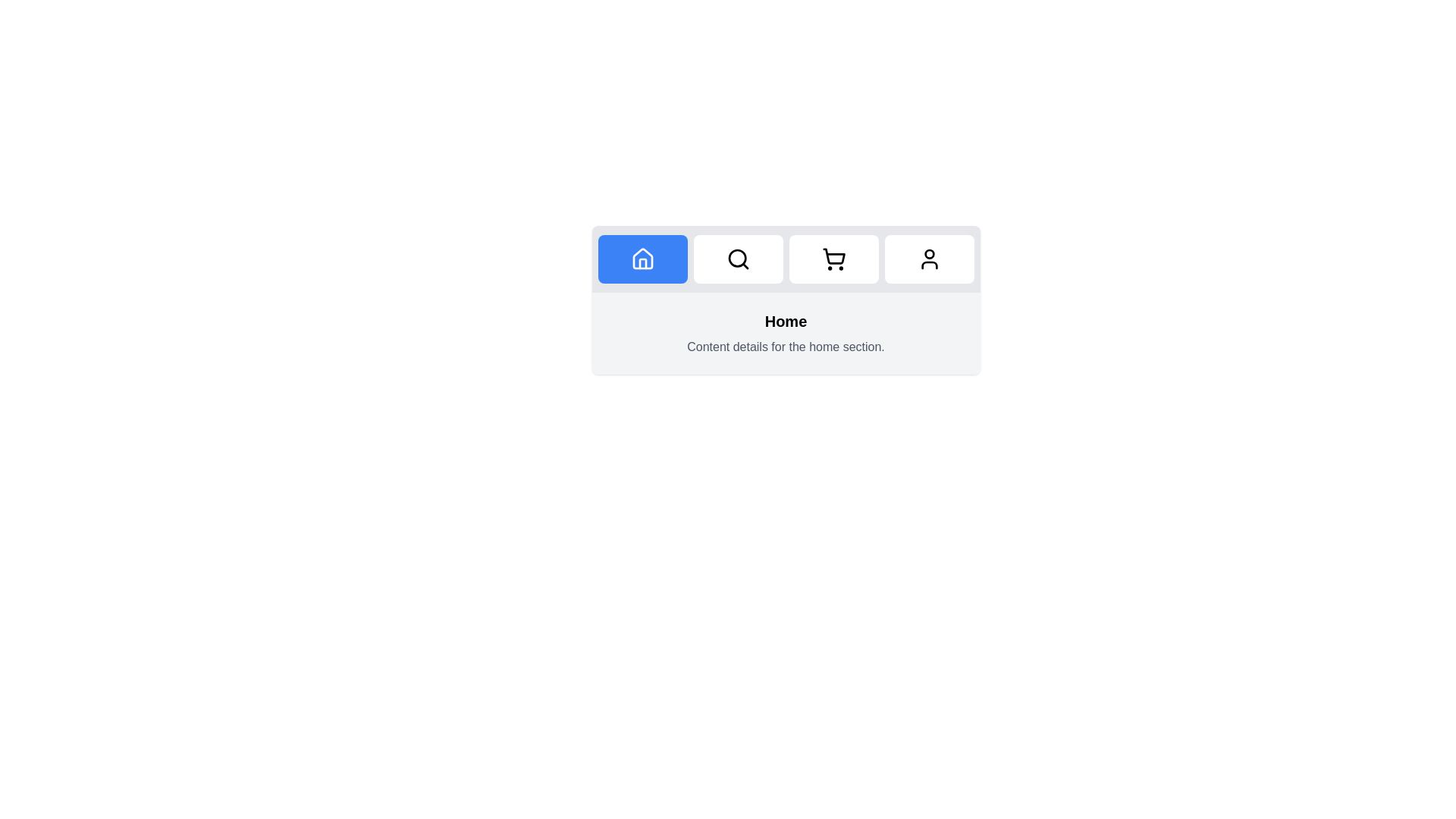 This screenshot has height=819, width=1456. What do you see at coordinates (738, 259) in the screenshot?
I see `the search icon button located between the blue home icon button and the shopping cart icon button` at bounding box center [738, 259].